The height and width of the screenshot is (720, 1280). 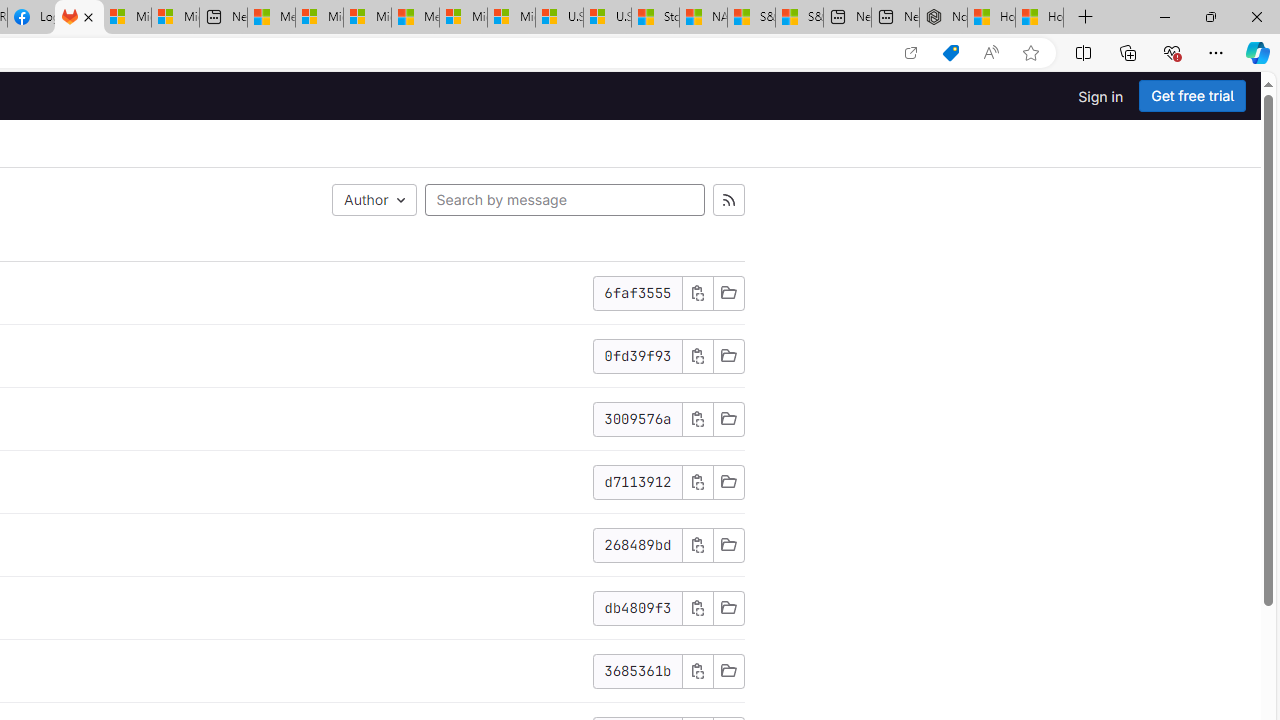 What do you see at coordinates (950, 52) in the screenshot?
I see `'Shopping in Microsoft Edge'` at bounding box center [950, 52].